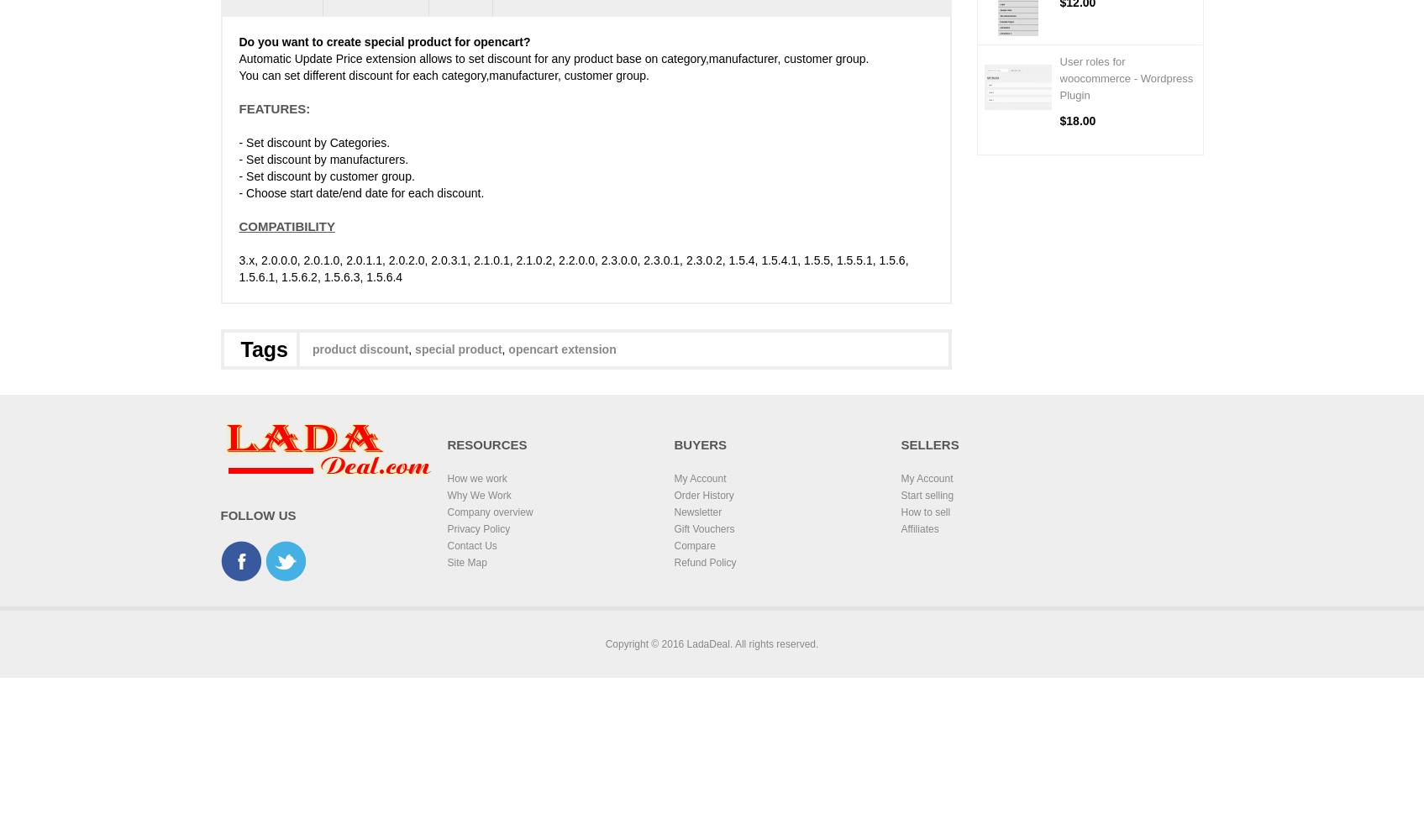 This screenshot has width=1424, height=840. Describe the element at coordinates (674, 494) in the screenshot. I see `'Order History'` at that location.